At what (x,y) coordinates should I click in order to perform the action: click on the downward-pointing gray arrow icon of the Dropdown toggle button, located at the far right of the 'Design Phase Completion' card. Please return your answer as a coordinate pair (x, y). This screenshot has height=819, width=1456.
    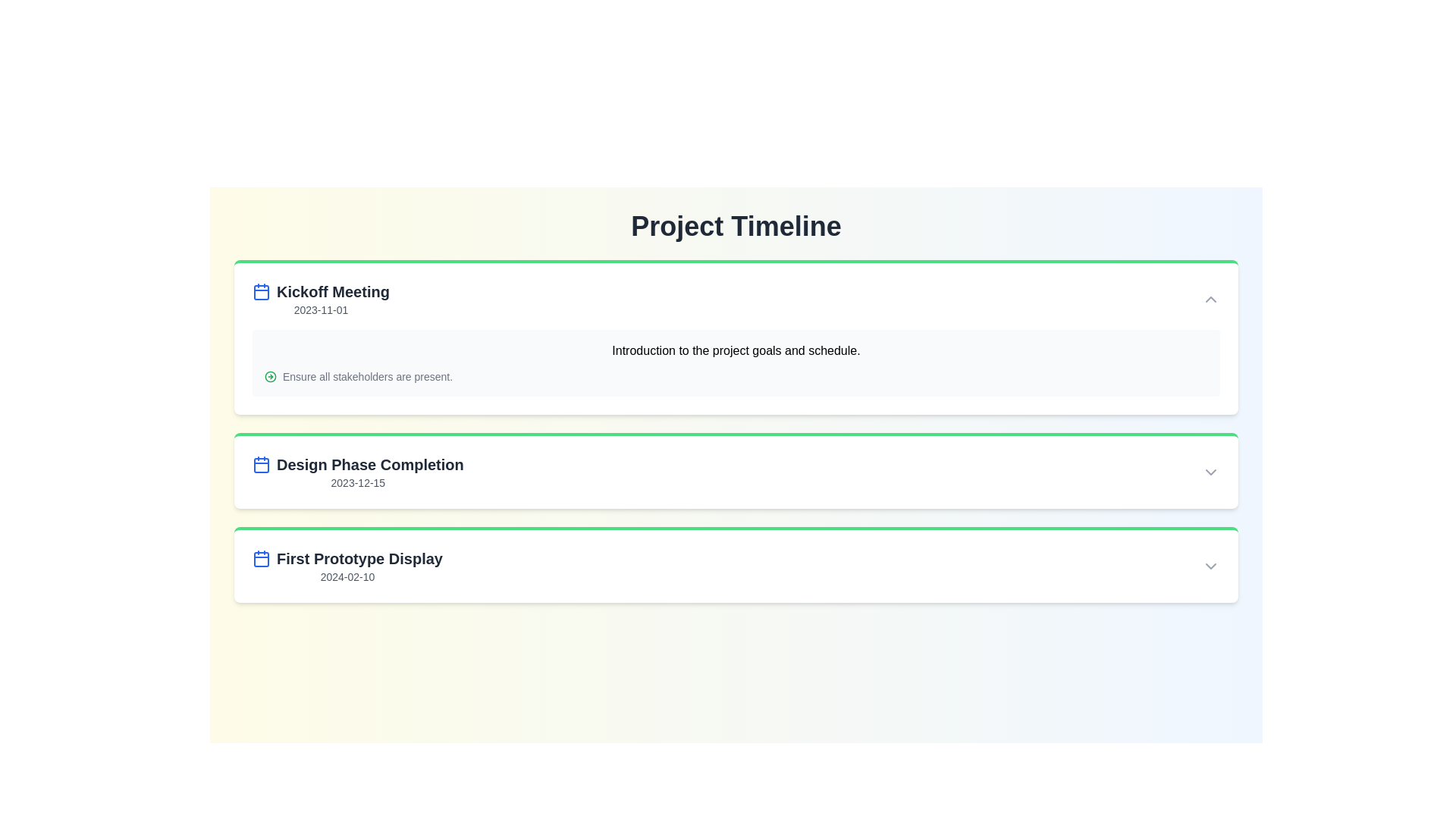
    Looking at the image, I should click on (1210, 472).